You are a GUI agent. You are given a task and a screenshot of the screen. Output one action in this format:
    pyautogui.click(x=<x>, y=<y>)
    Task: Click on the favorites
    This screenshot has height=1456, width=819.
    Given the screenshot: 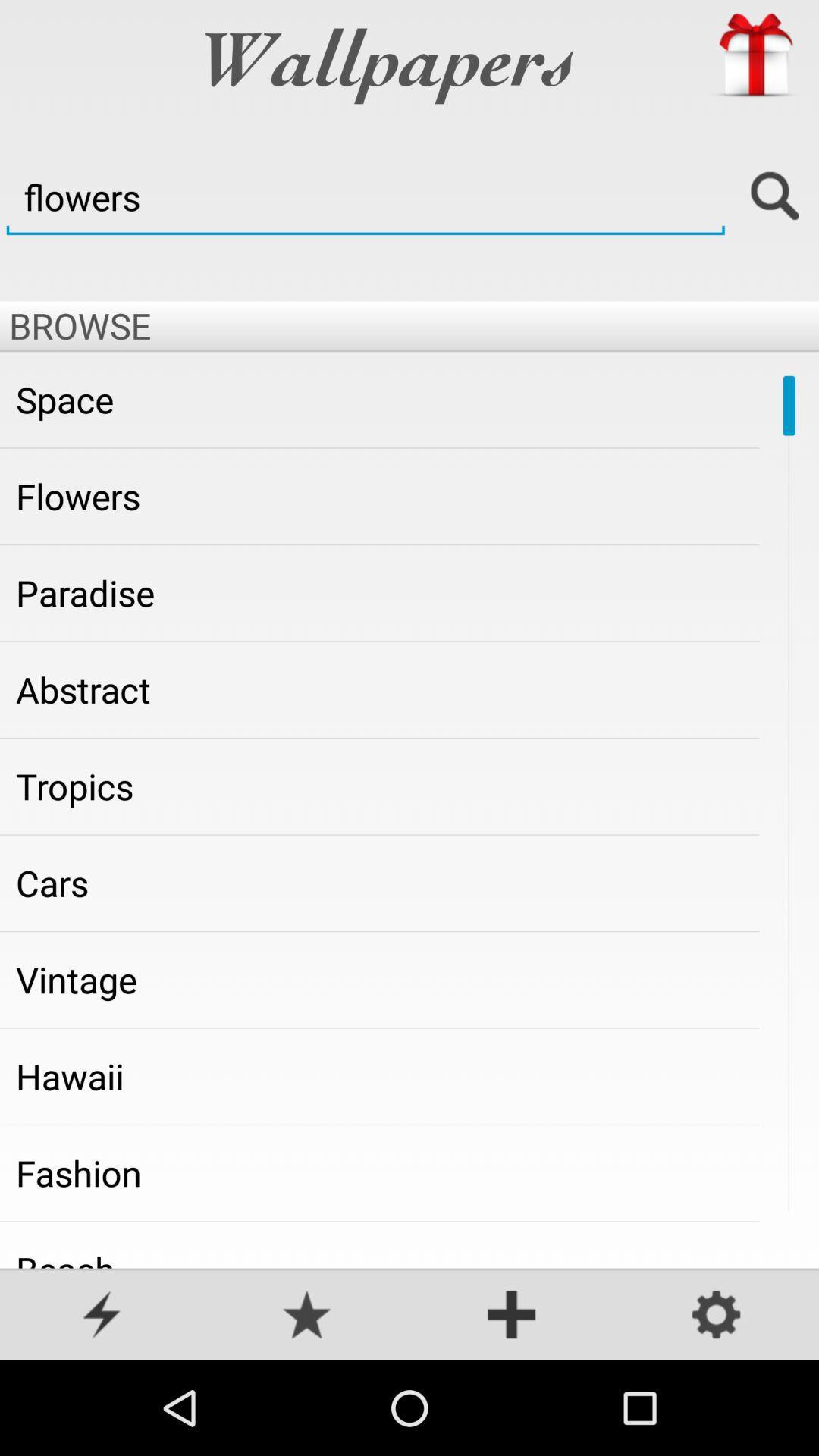 What is the action you would take?
    pyautogui.click(x=307, y=1316)
    